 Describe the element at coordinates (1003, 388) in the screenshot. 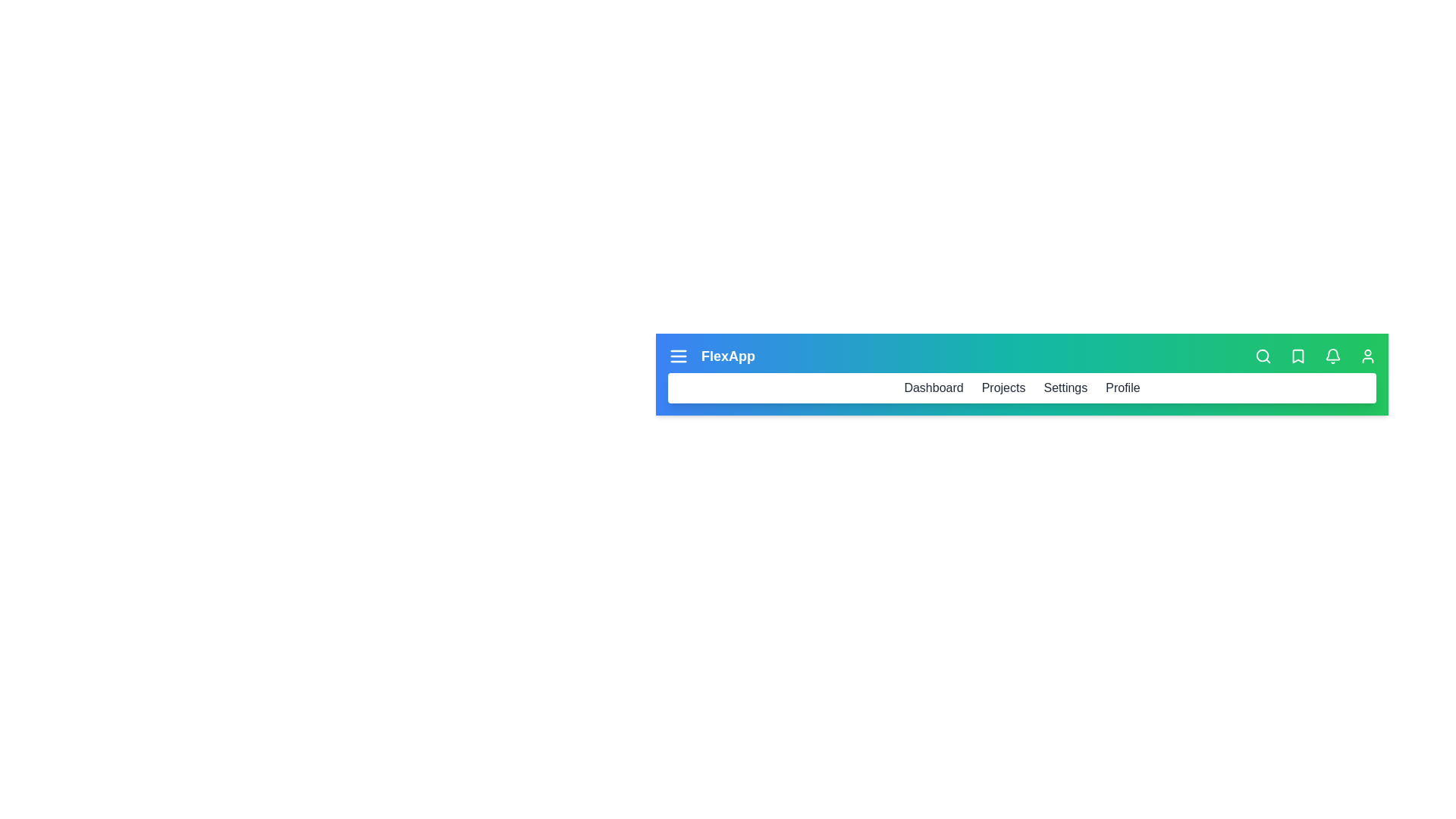

I see `the Projects navigation link` at that location.